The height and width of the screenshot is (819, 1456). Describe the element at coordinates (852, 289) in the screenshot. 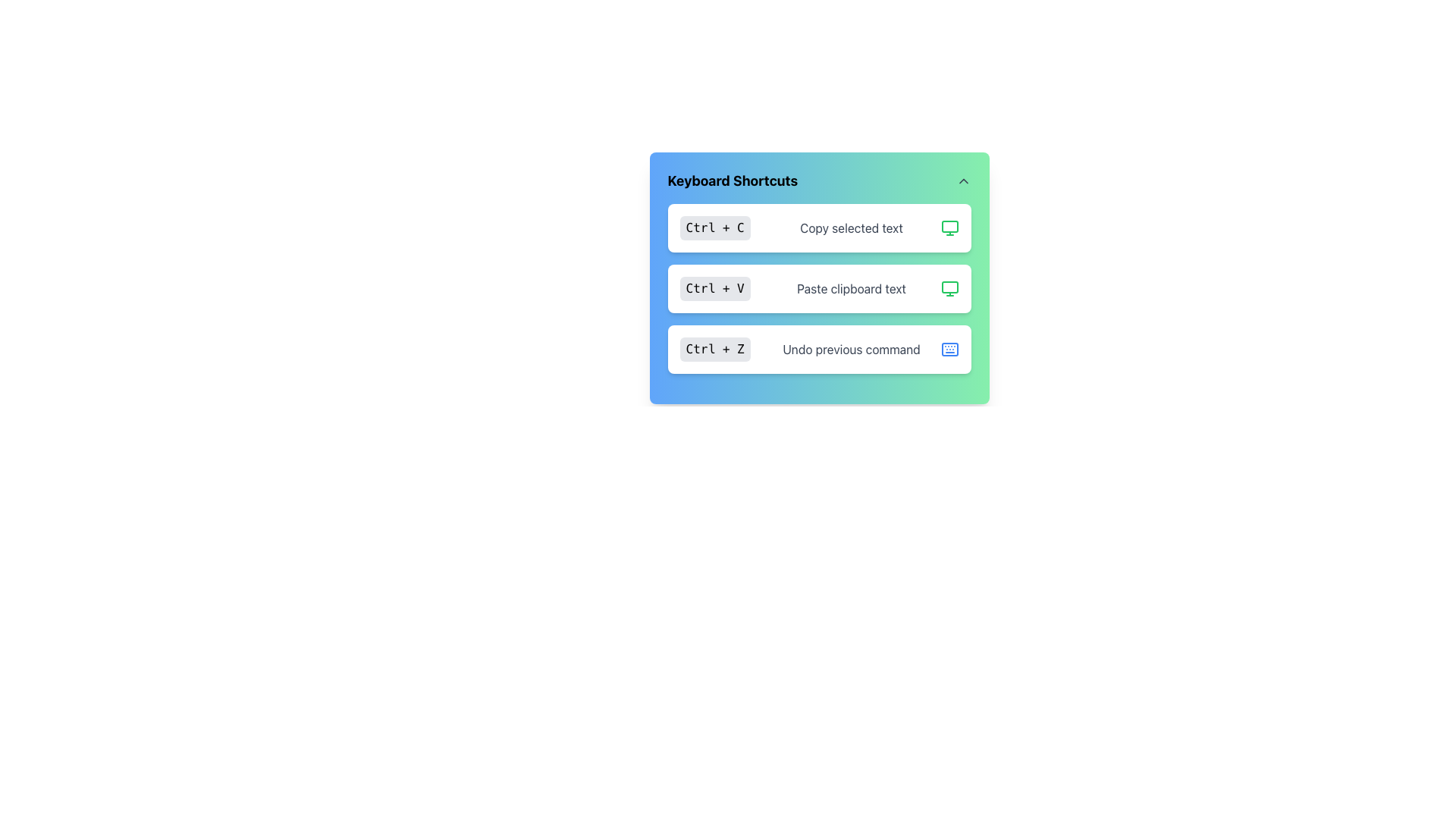

I see `the Static Text Label displaying 'Paste clipboard text', which is styled in gray and located to the right of the 'Ctrl + V' button-like label` at that location.